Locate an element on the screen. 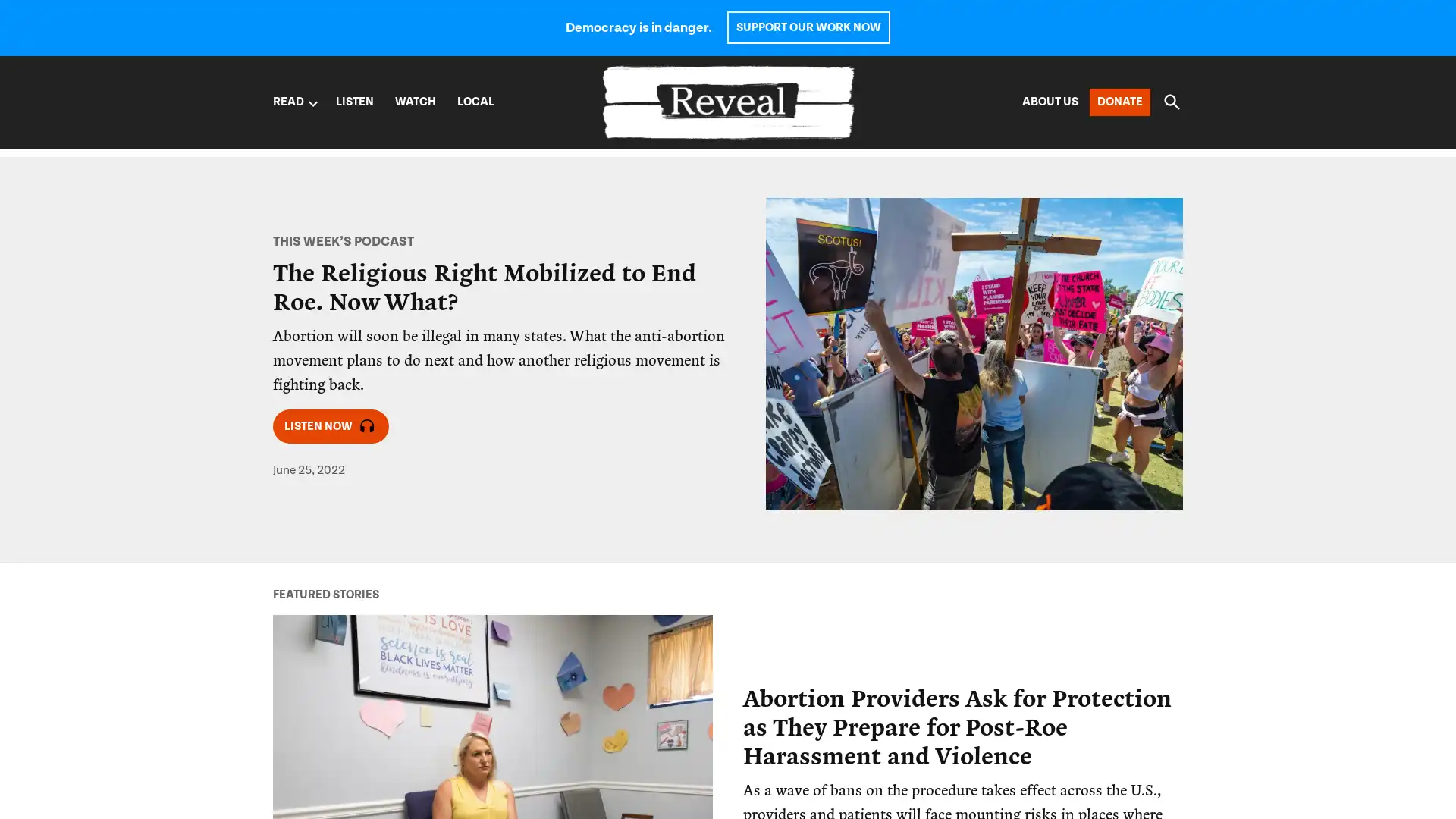 The height and width of the screenshot is (819, 1456). Close Pop-up is located at coordinates (1012, 482).